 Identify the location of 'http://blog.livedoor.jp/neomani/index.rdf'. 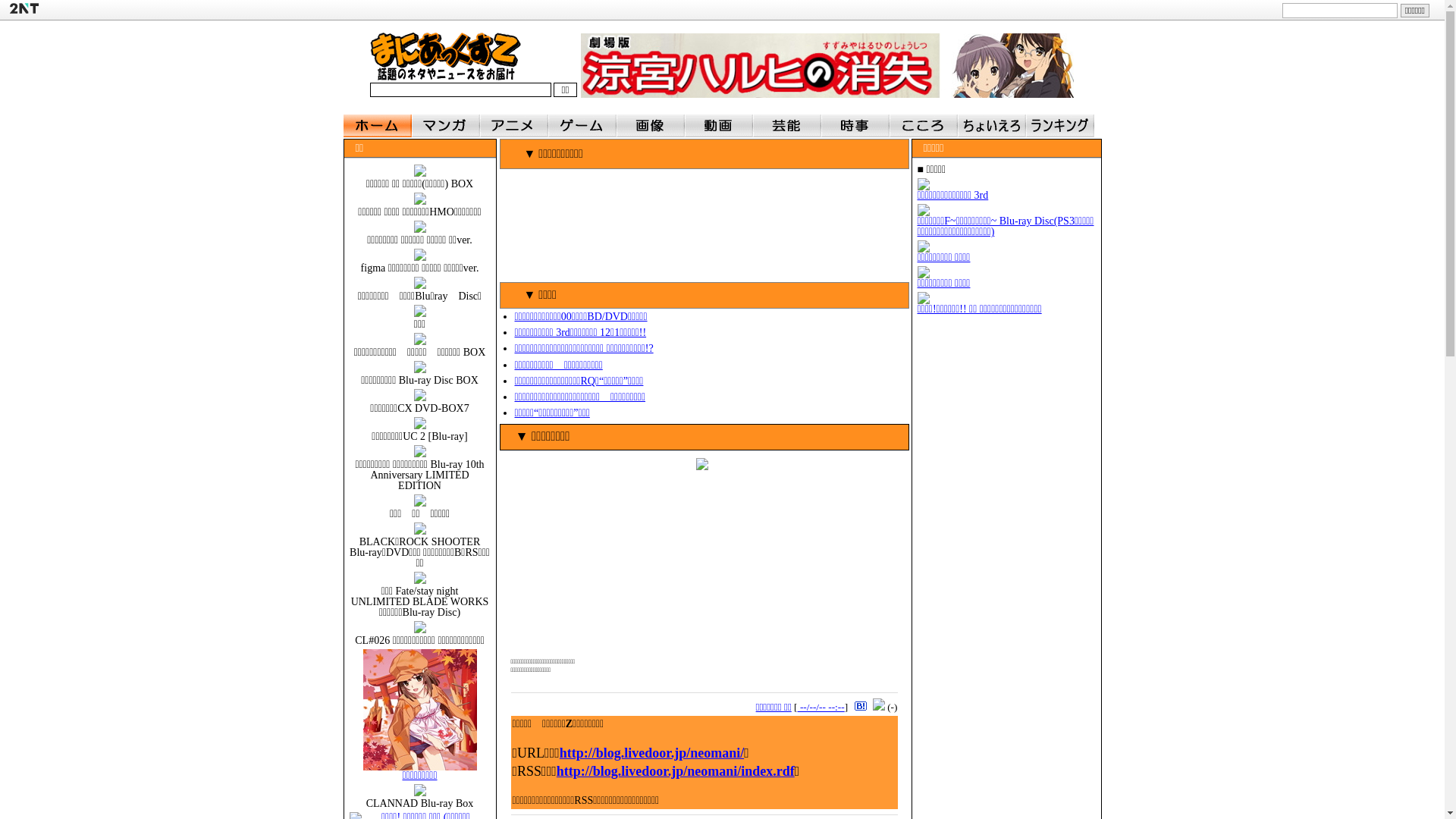
(675, 771).